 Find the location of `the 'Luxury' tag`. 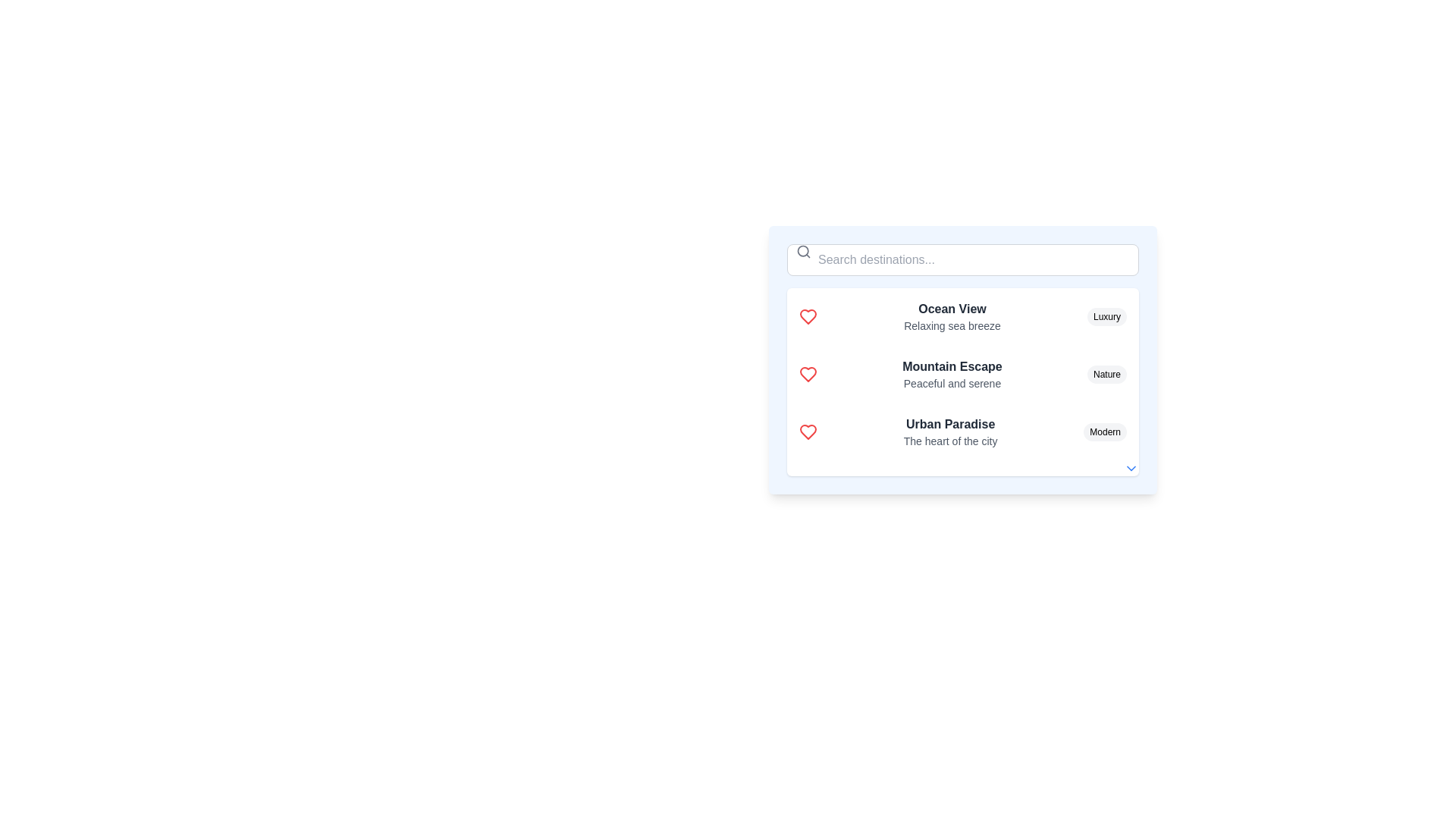

the 'Luxury' tag is located at coordinates (1106, 315).